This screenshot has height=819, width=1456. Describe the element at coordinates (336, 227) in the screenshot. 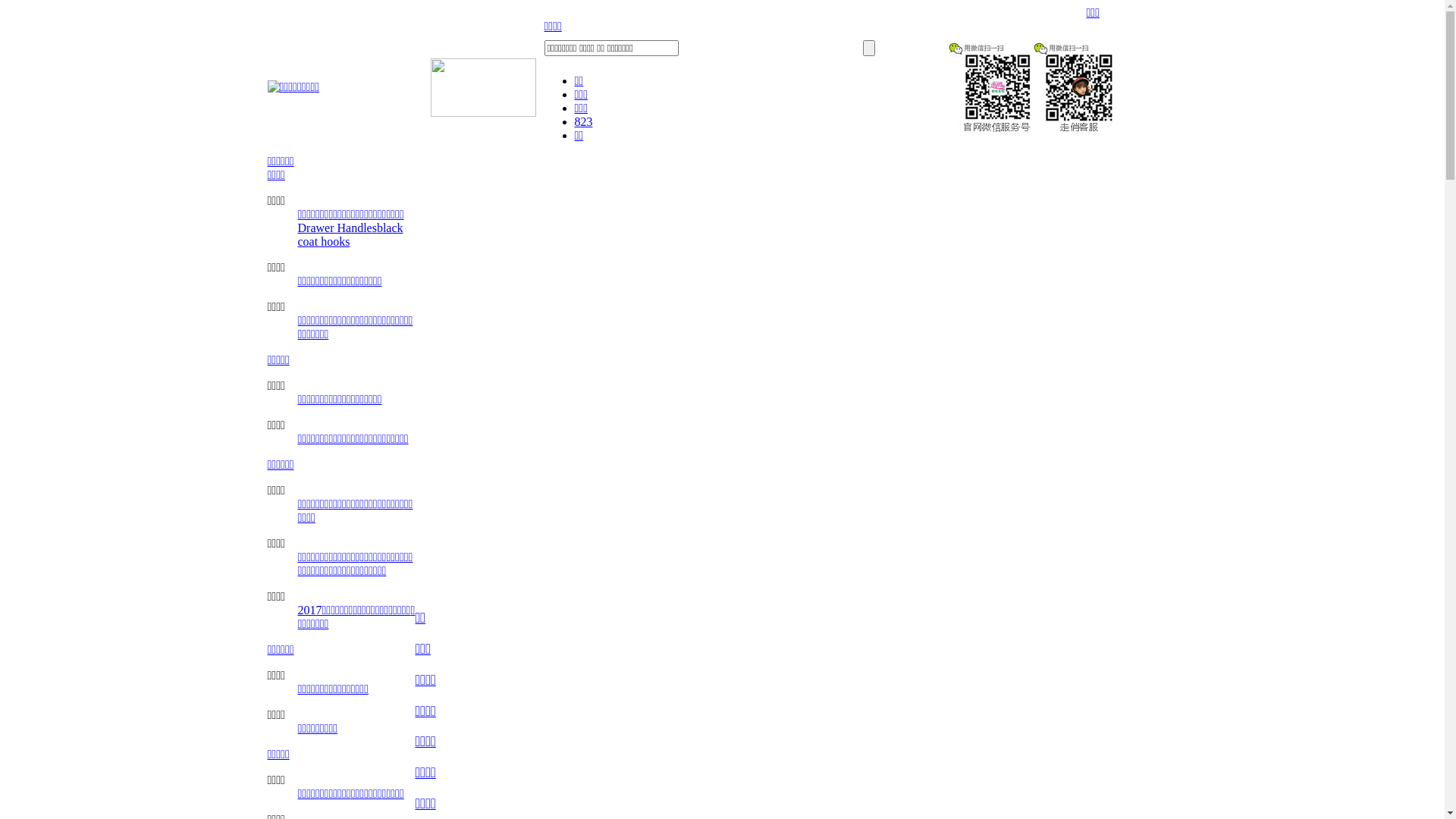

I see `'Drawer Handles'` at that location.